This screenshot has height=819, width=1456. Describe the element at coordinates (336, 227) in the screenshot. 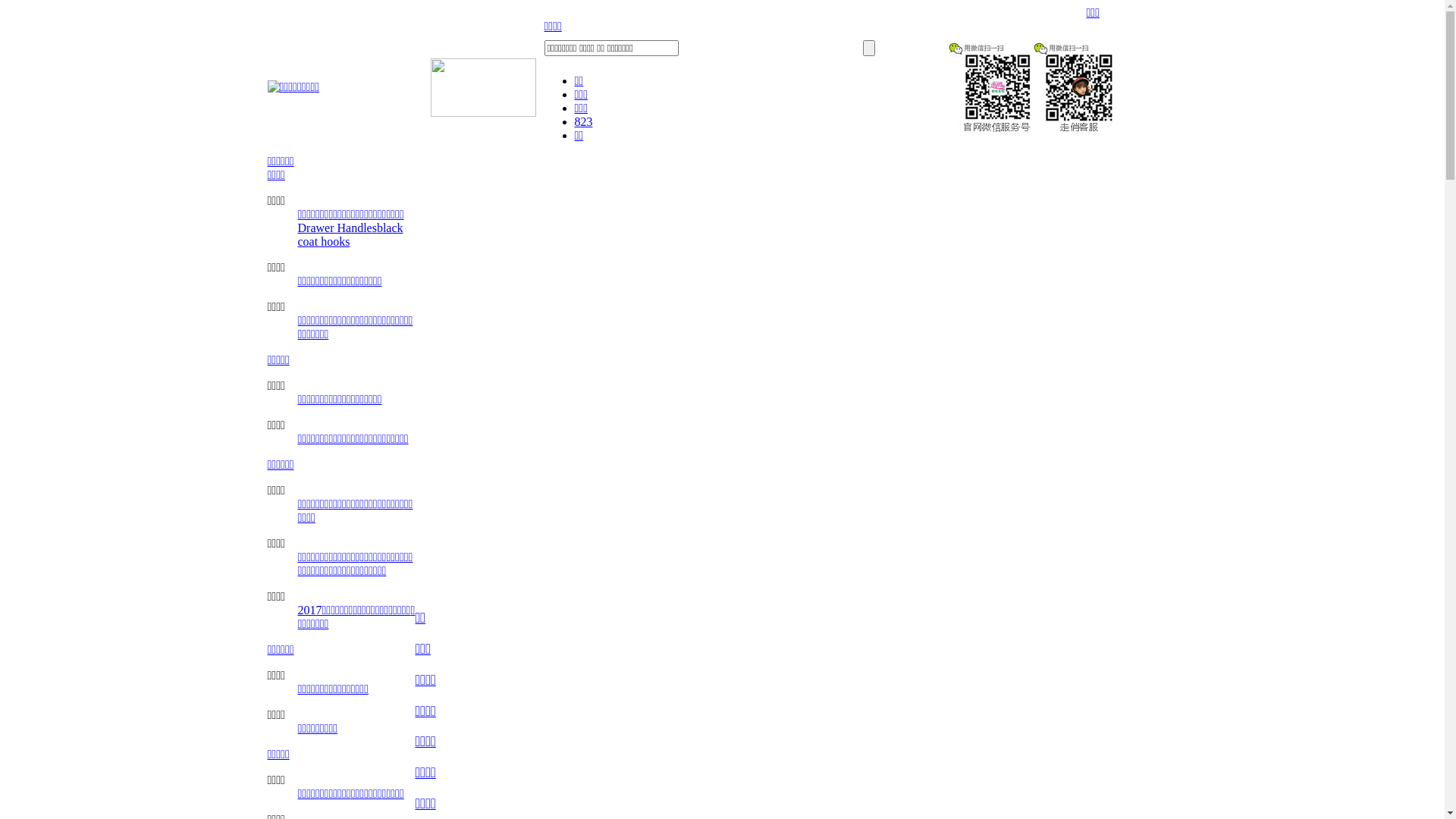

I see `'Drawer Handles'` at that location.